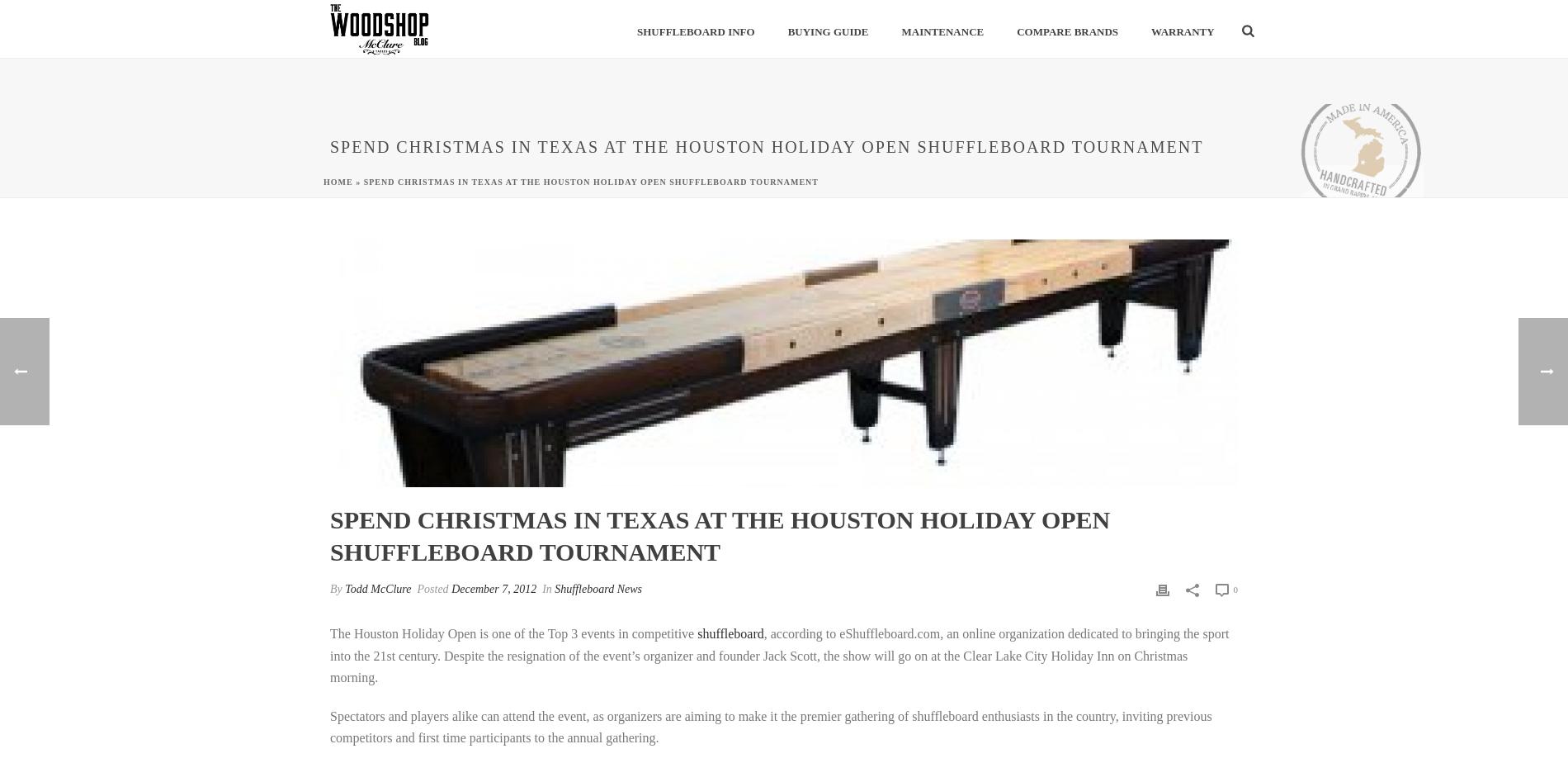 The image size is (1568, 763). What do you see at coordinates (546, 589) in the screenshot?
I see `'In'` at bounding box center [546, 589].